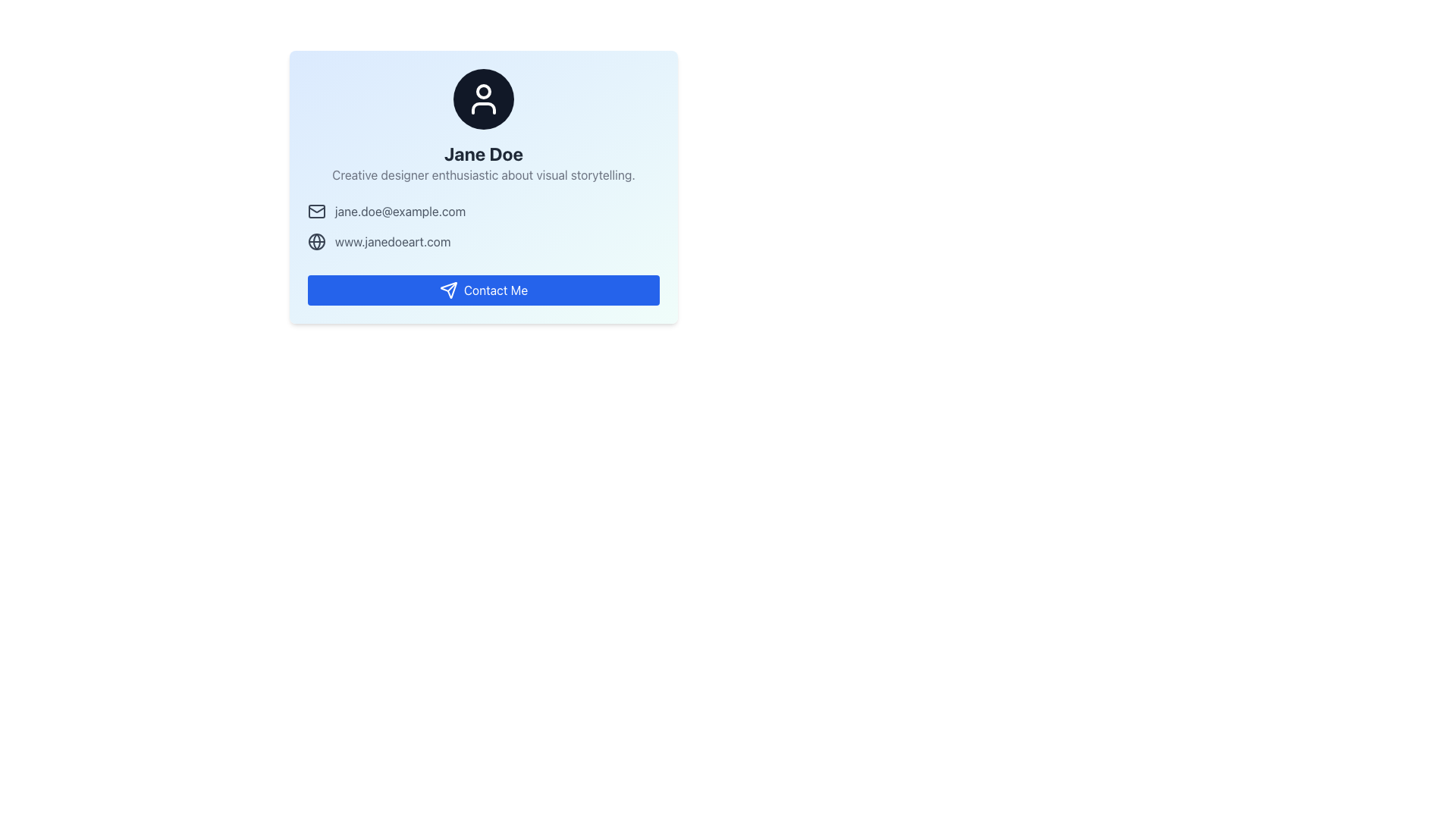 Image resolution: width=1456 pixels, height=819 pixels. Describe the element at coordinates (447, 290) in the screenshot. I see `the send action icon located on the left side of the 'Contact Me' button, centered vertically within it` at that location.